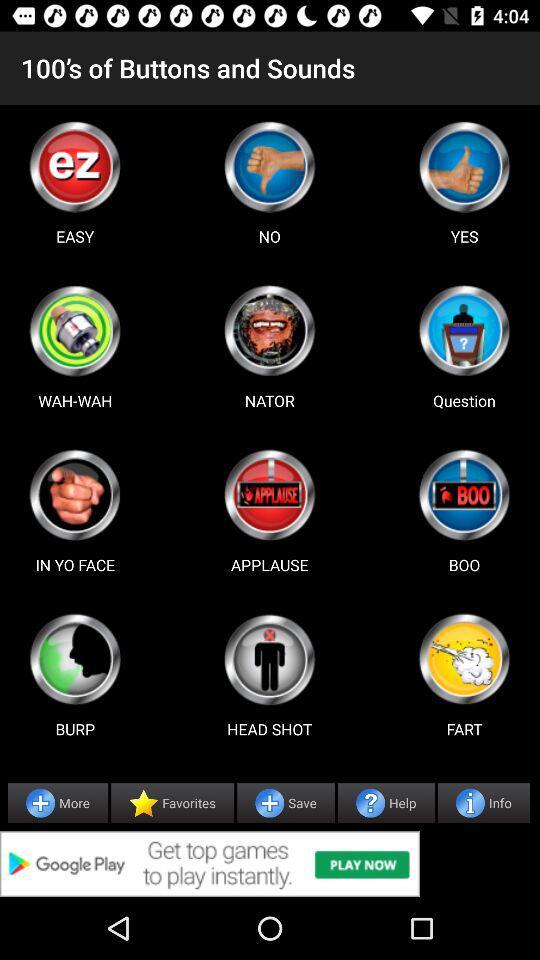  Describe the element at coordinates (269, 658) in the screenshot. I see `sound button` at that location.